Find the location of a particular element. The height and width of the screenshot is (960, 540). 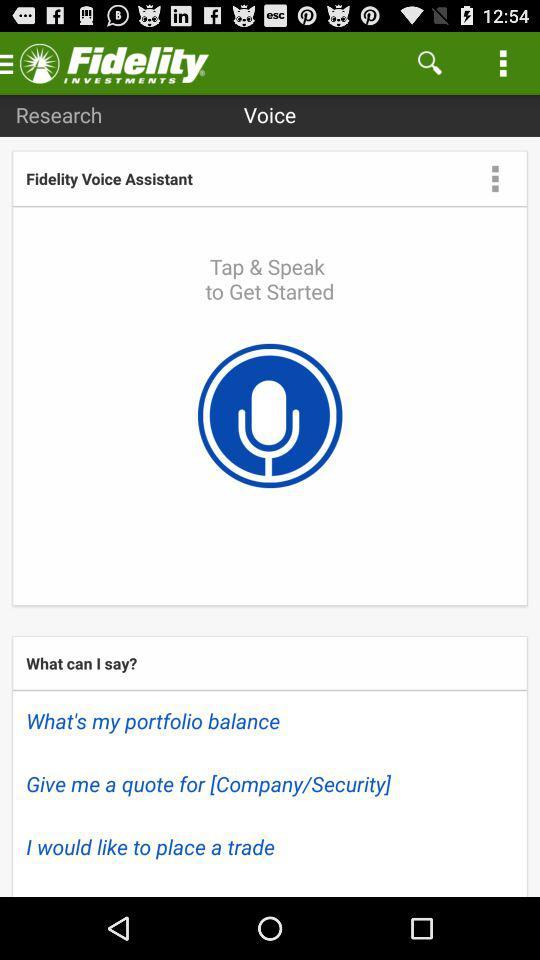

app next to the fidelity voice assistant icon is located at coordinates (494, 177).